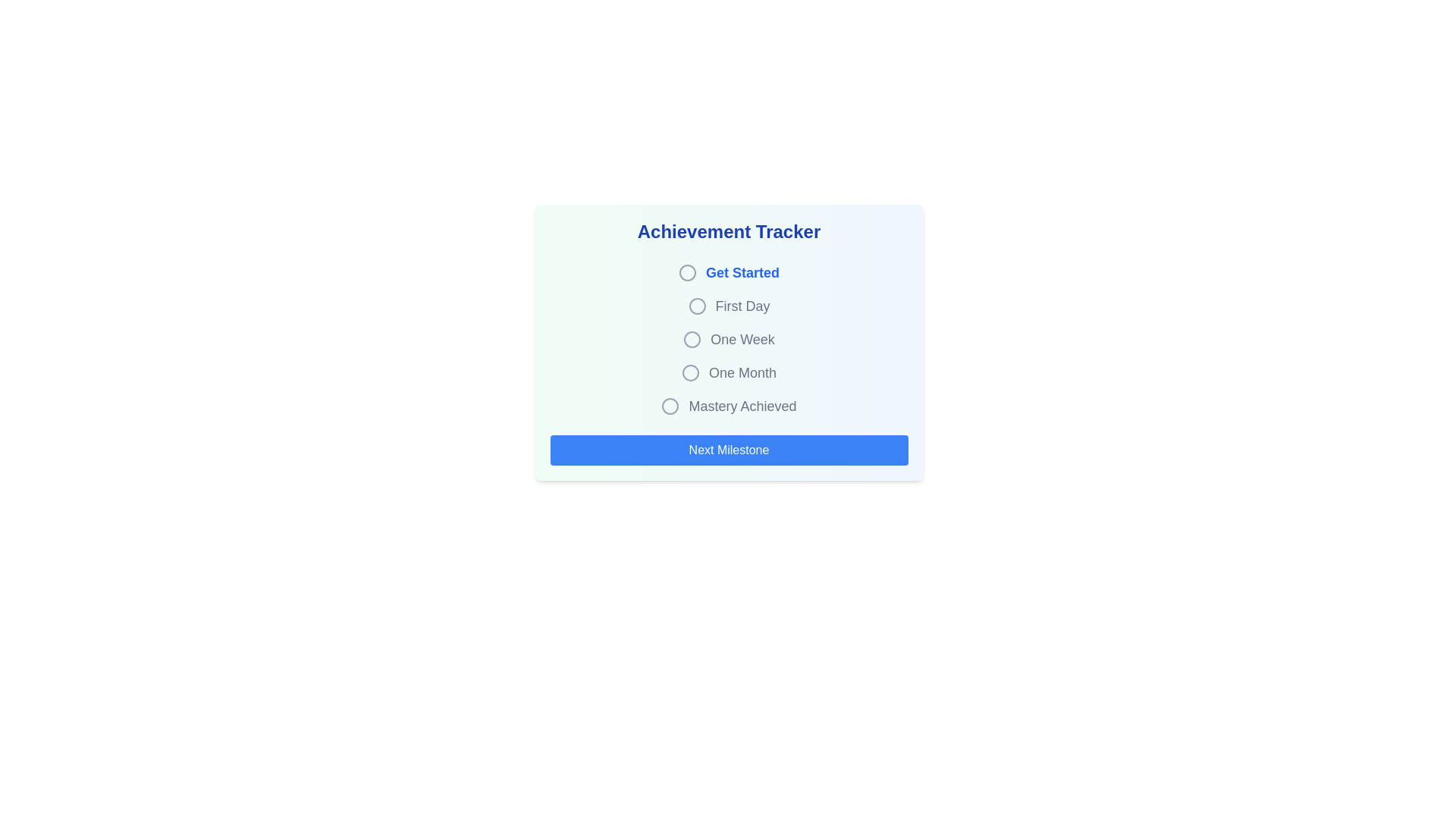 The width and height of the screenshot is (1456, 819). What do you see at coordinates (729, 271) in the screenshot?
I see `the unselected radio button icon next to the 'Get Started' label` at bounding box center [729, 271].